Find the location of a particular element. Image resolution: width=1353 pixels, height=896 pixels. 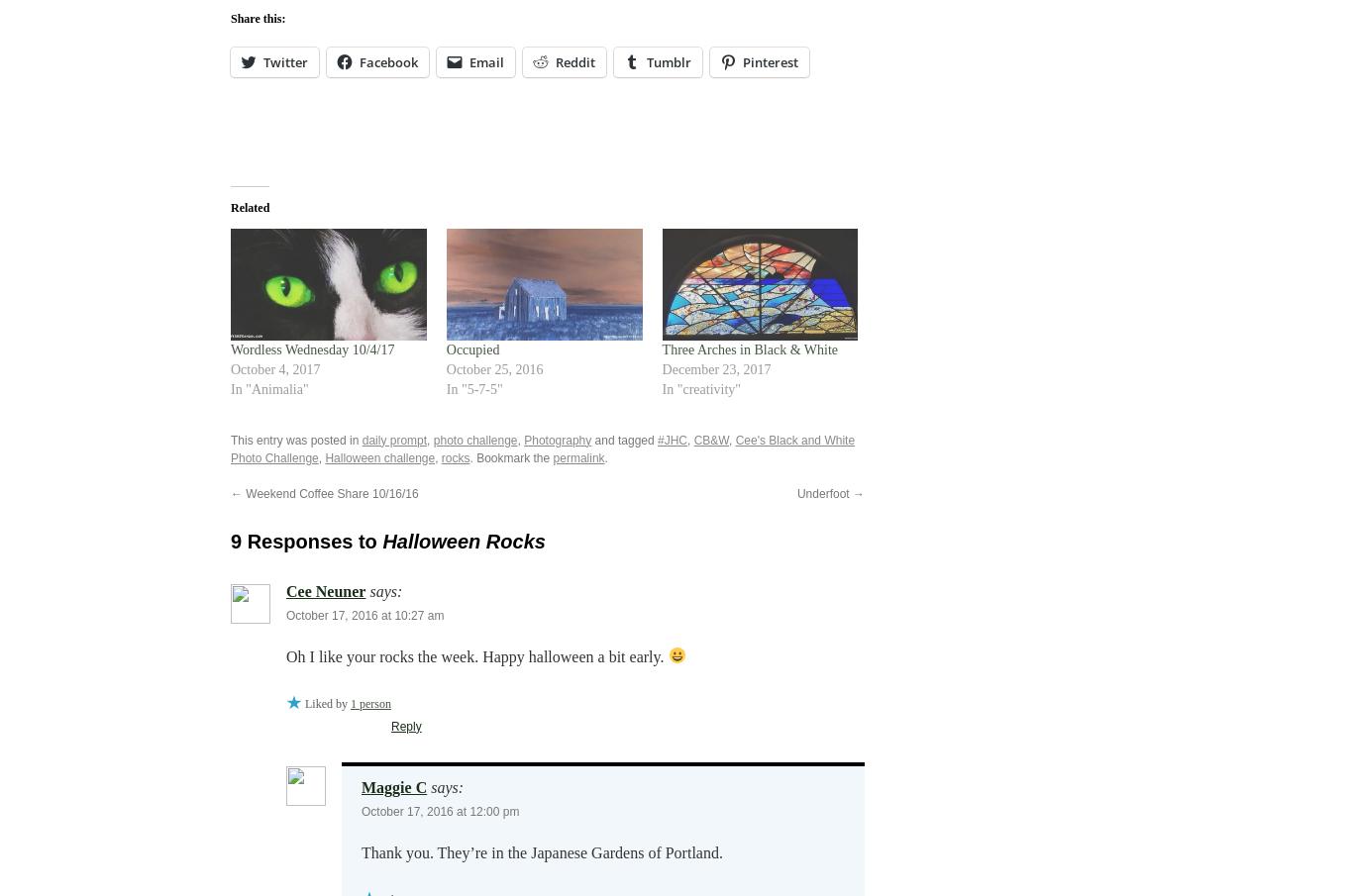

'Underfoot' is located at coordinates (823, 493).